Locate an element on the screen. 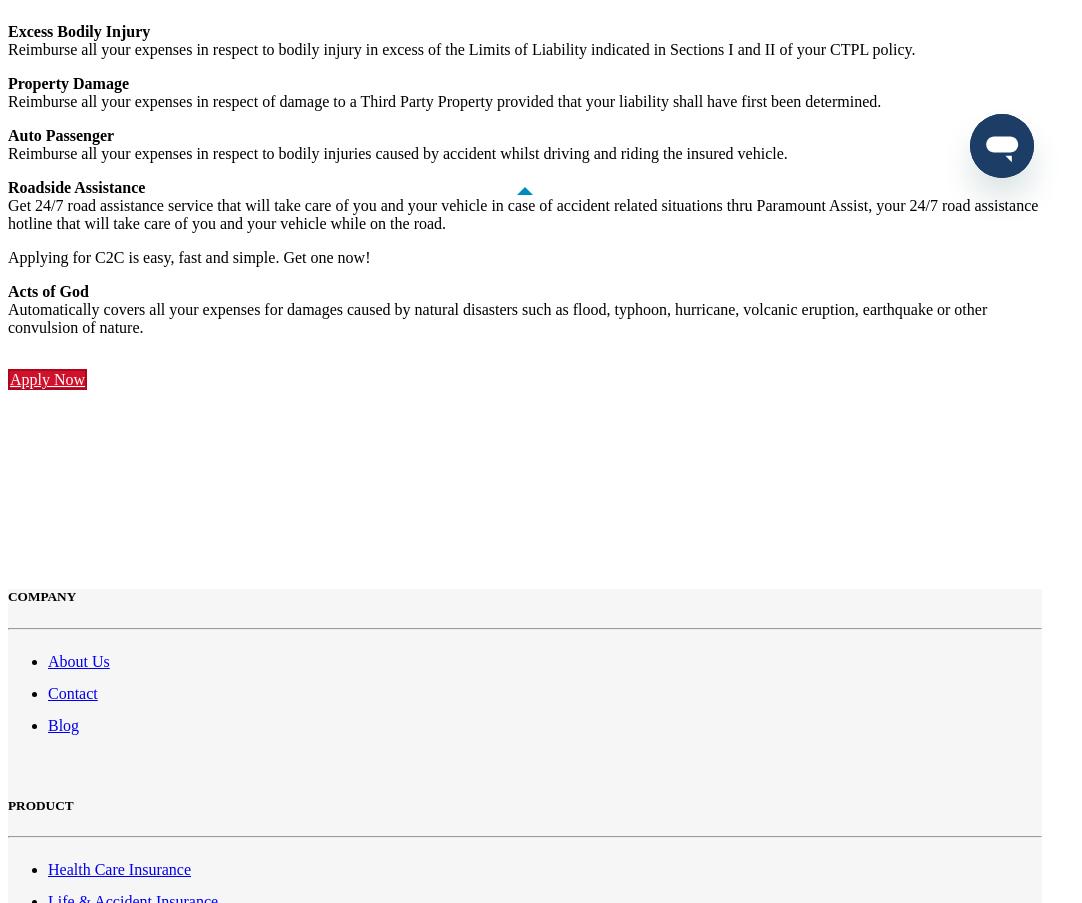 The width and height of the screenshot is (1082, 903). 'Apply Now' is located at coordinates (47, 379).